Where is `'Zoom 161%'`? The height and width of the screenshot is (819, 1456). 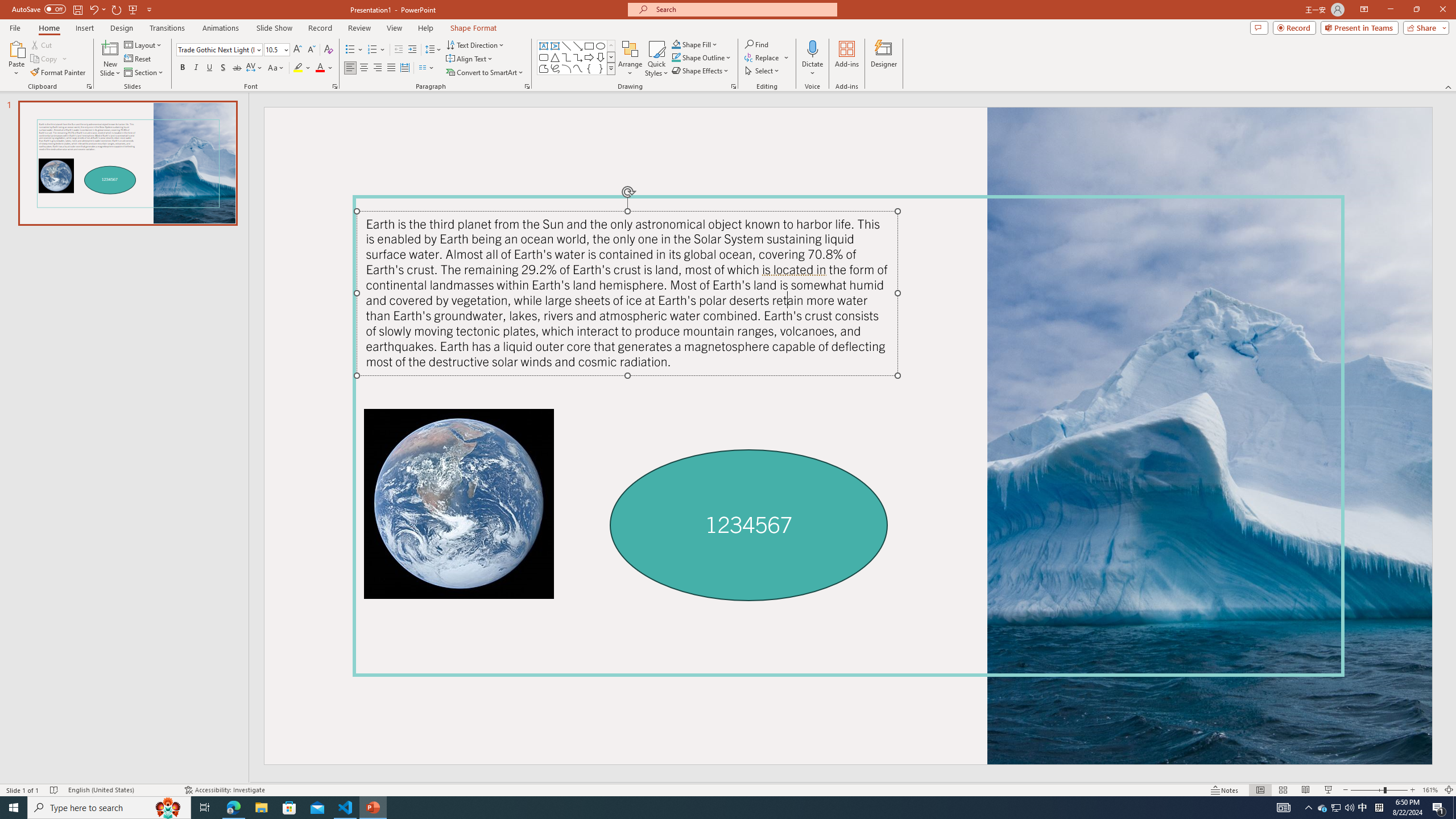 'Zoom 161%' is located at coordinates (1430, 790).